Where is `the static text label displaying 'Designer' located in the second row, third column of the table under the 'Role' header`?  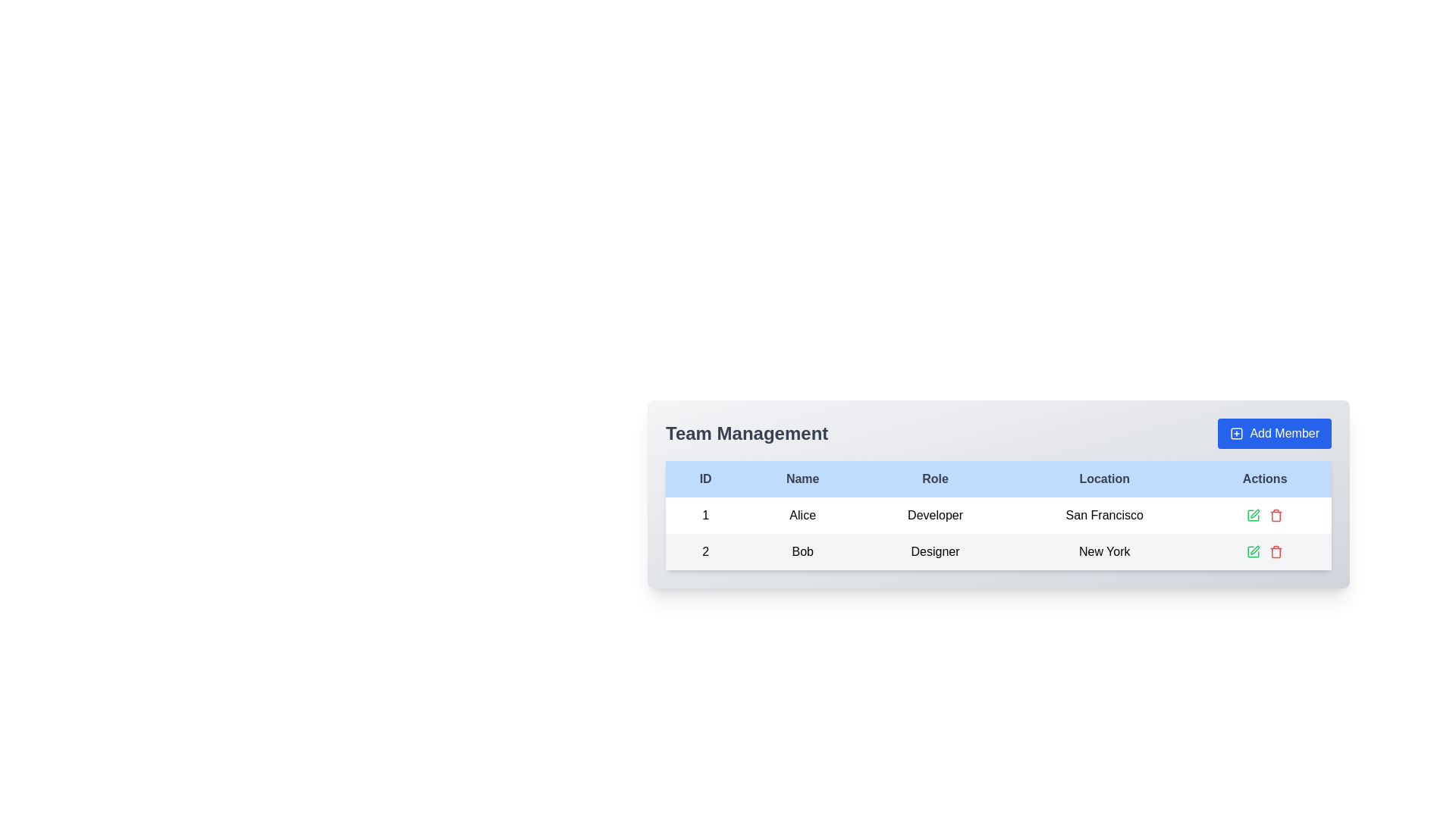
the static text label displaying 'Designer' located in the second row, third column of the table under the 'Role' header is located at coordinates (934, 552).